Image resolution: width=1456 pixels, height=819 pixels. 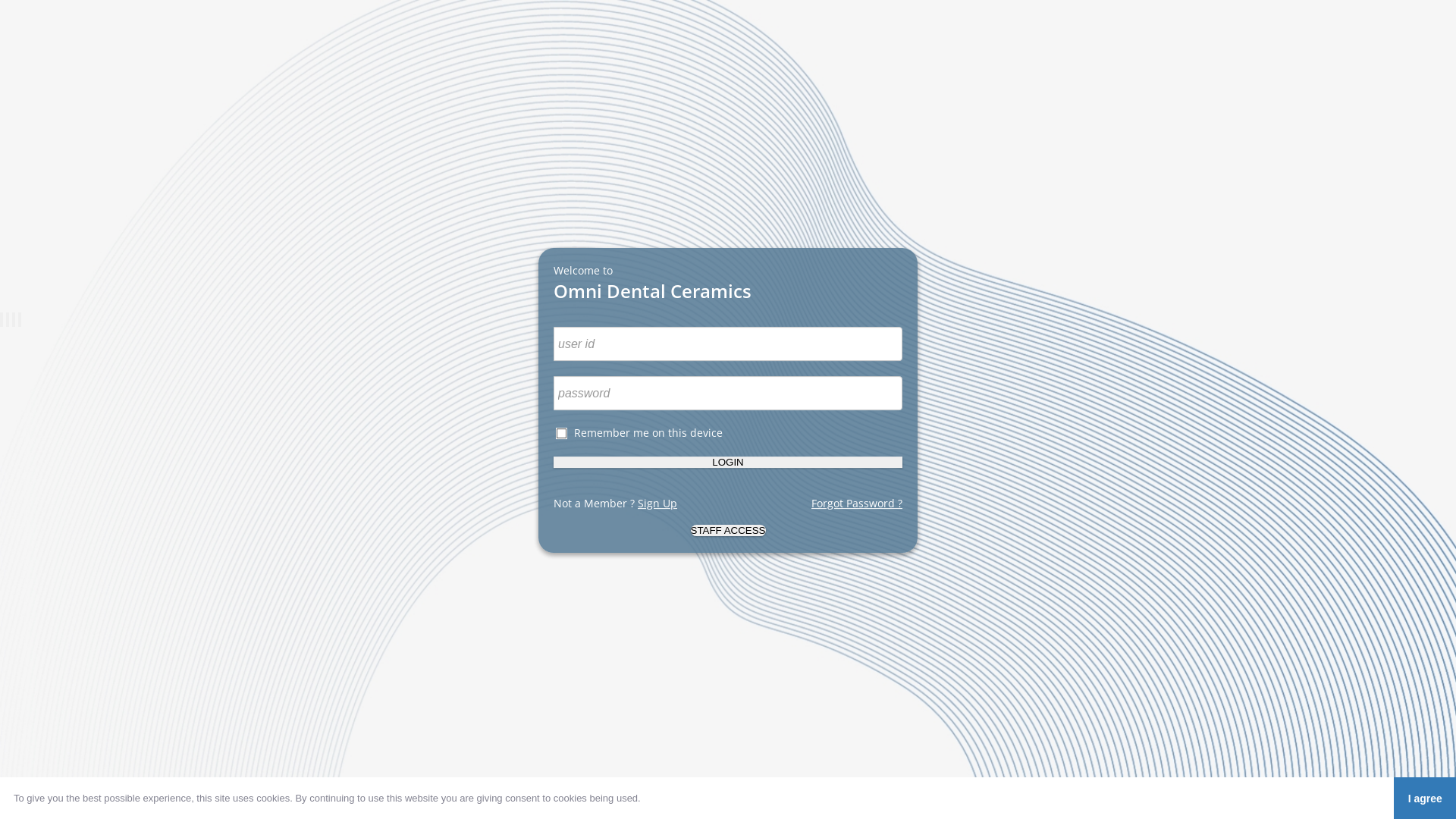 What do you see at coordinates (856, 503) in the screenshot?
I see `'Forgot Password ?'` at bounding box center [856, 503].